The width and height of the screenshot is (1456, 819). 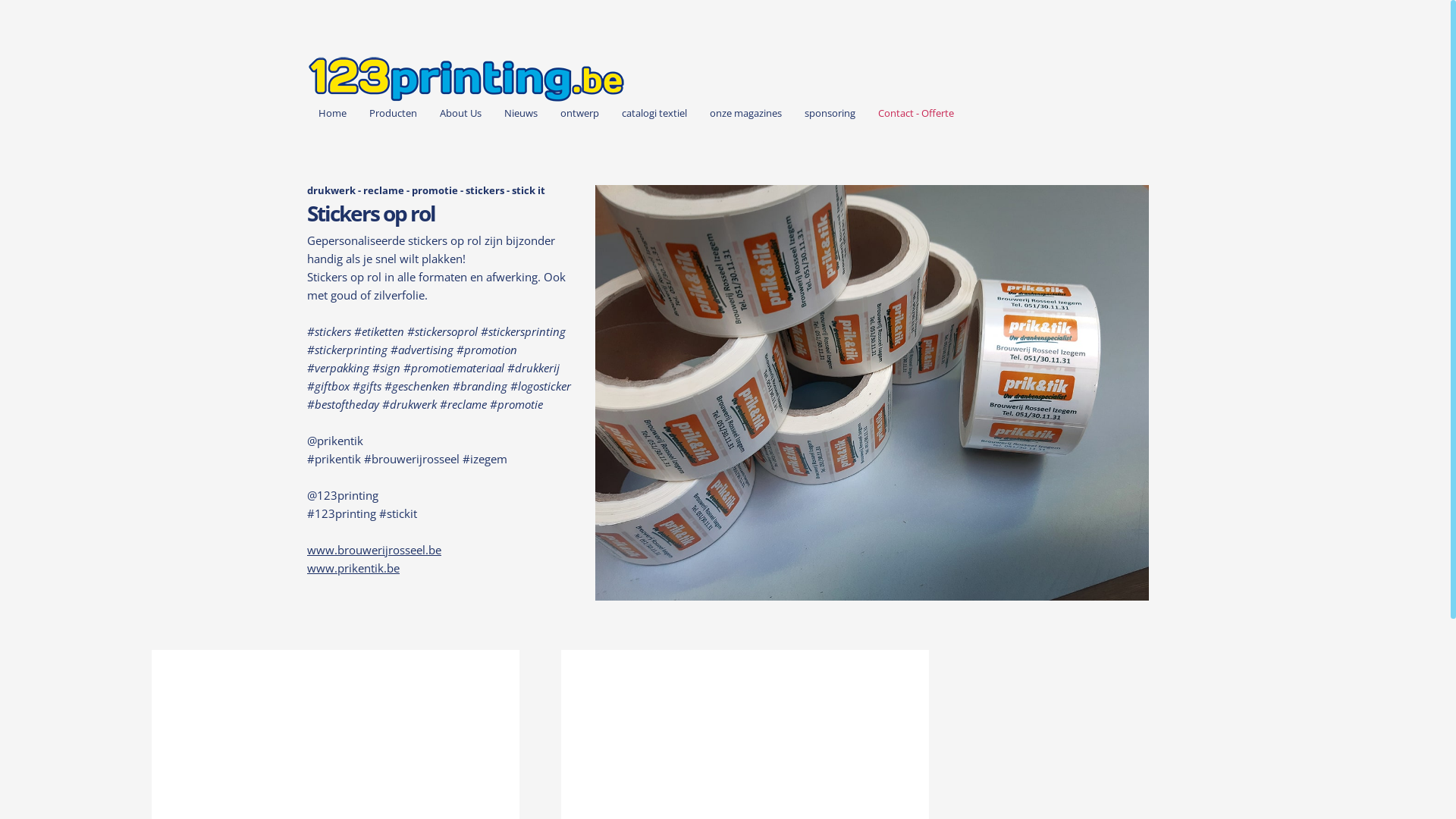 I want to click on 'catalogi textiel', so click(x=654, y=113).